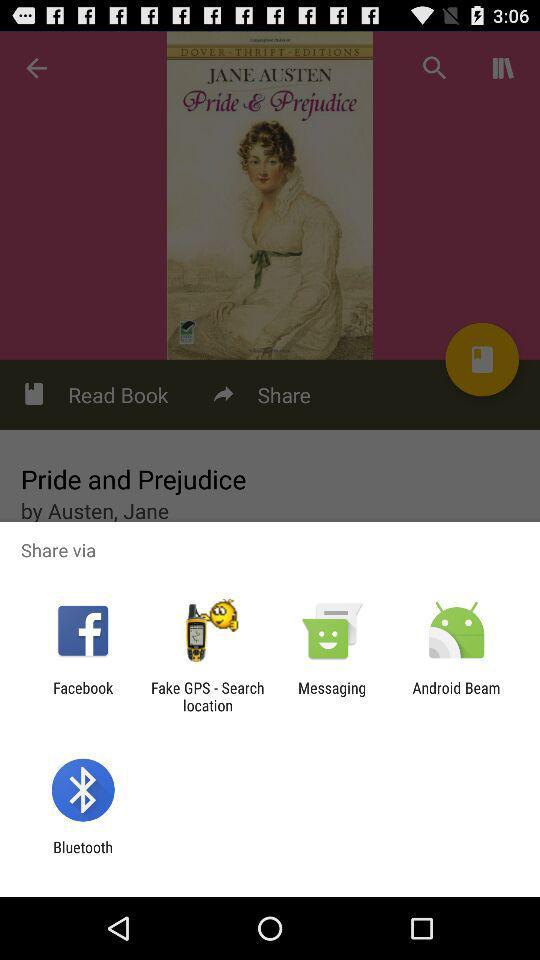  What do you see at coordinates (82, 696) in the screenshot?
I see `the app to the left of the fake gps search app` at bounding box center [82, 696].